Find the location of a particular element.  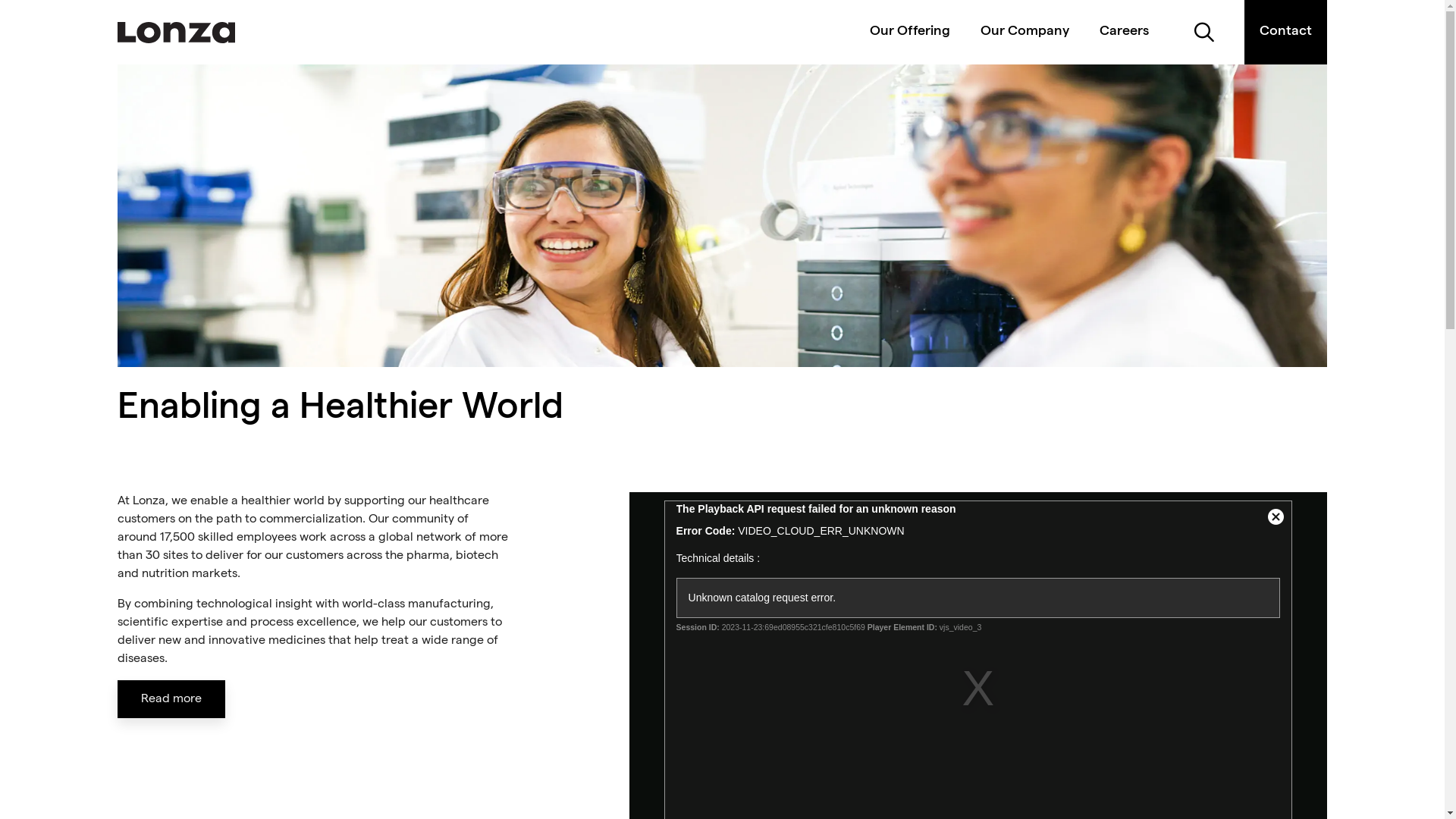

'Read more' is located at coordinates (171, 698).